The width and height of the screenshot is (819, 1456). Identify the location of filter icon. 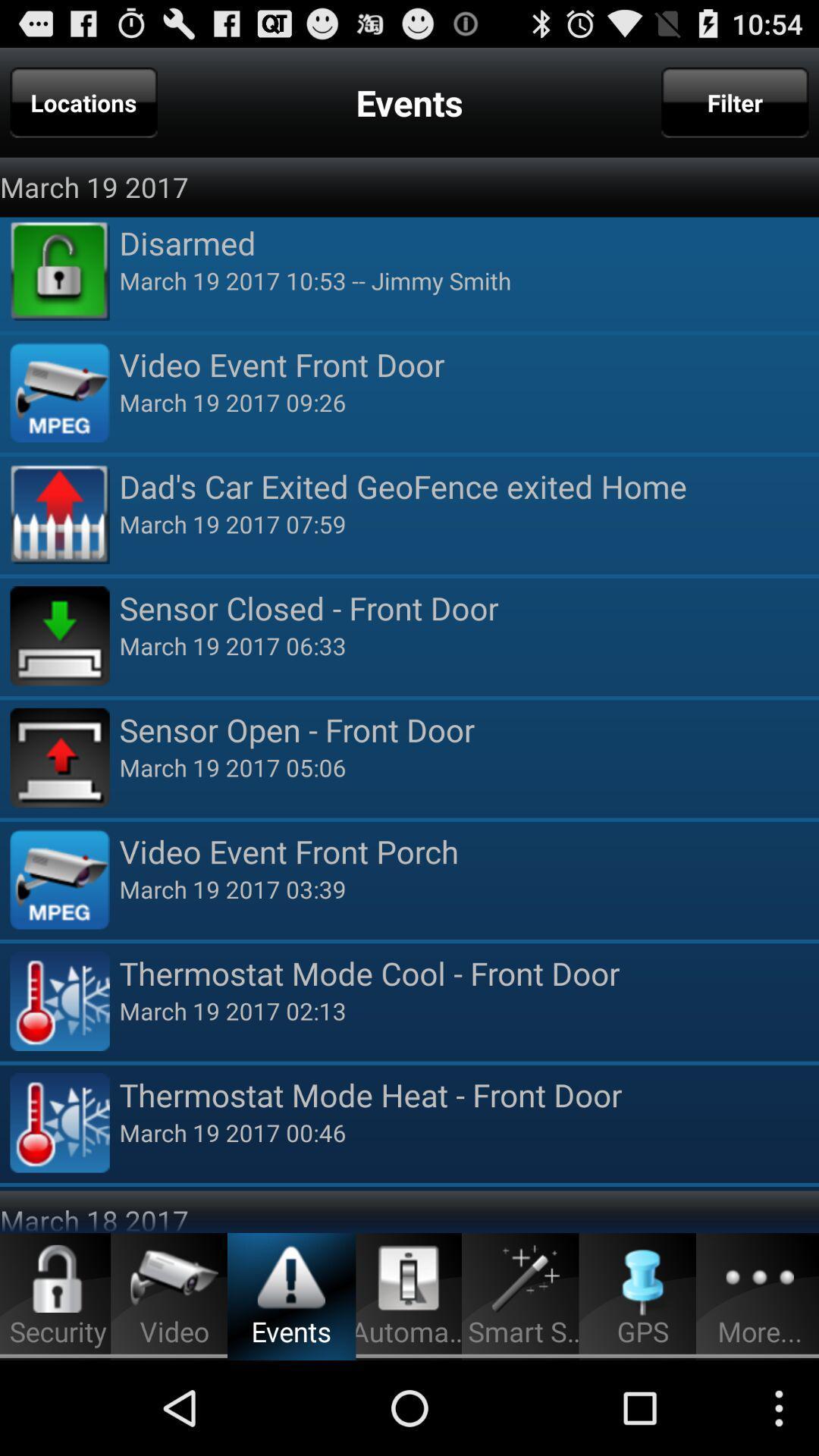
(734, 102).